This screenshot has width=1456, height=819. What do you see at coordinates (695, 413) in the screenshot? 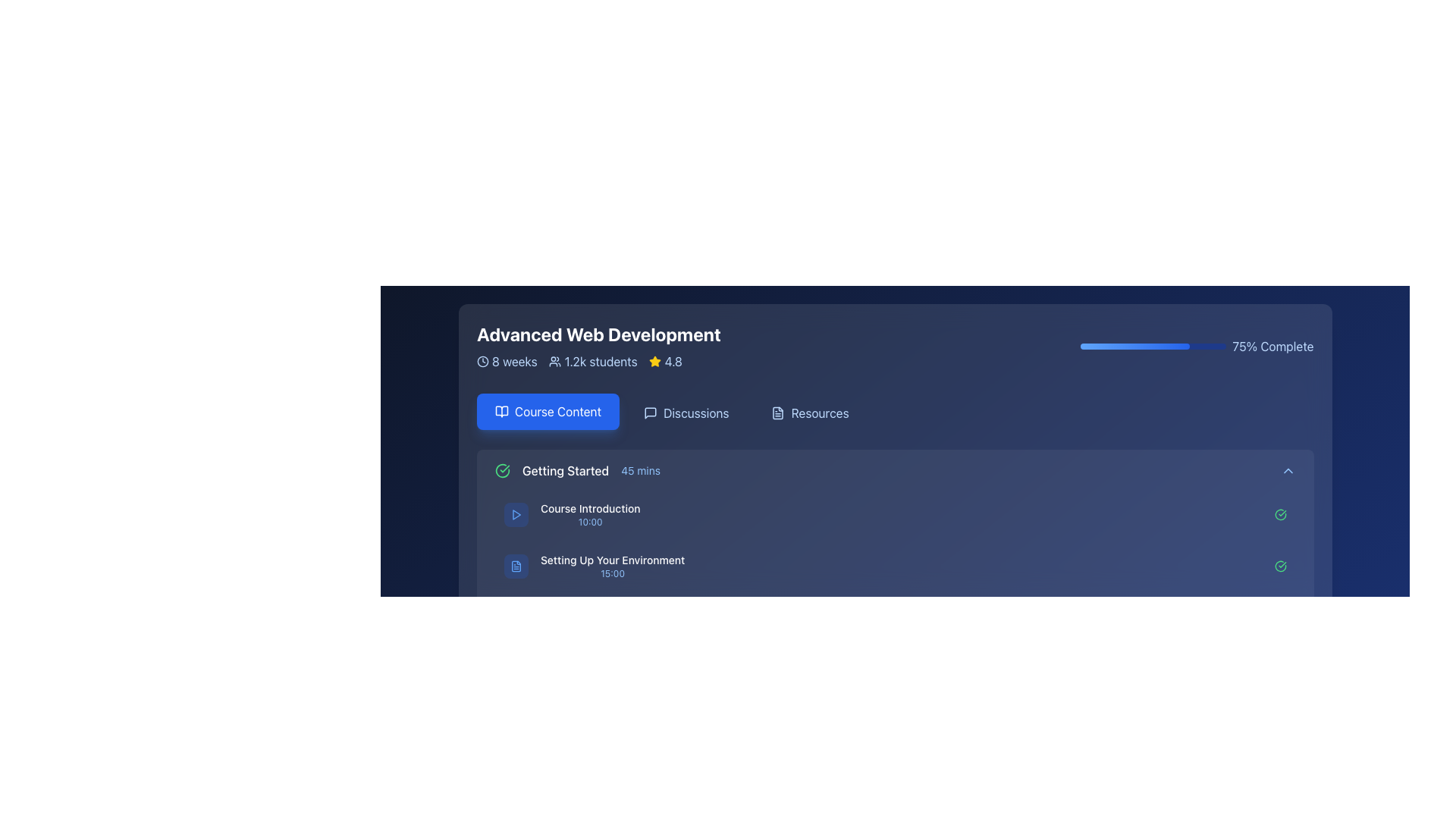
I see `the 'Discussions' text label located in the second position of the horizontal menu bar` at bounding box center [695, 413].